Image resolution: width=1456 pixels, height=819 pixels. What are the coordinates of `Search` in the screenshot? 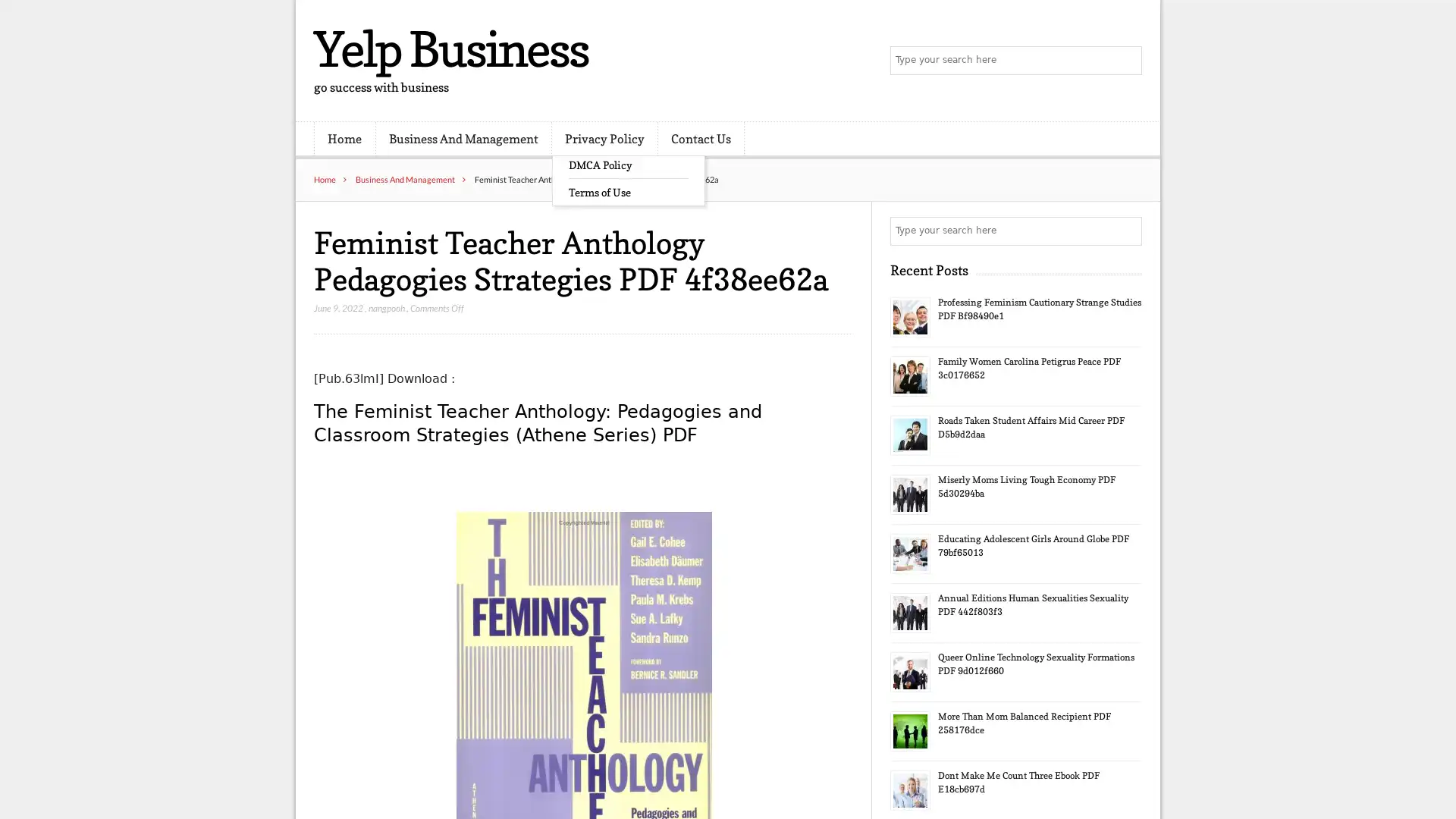 It's located at (1126, 231).